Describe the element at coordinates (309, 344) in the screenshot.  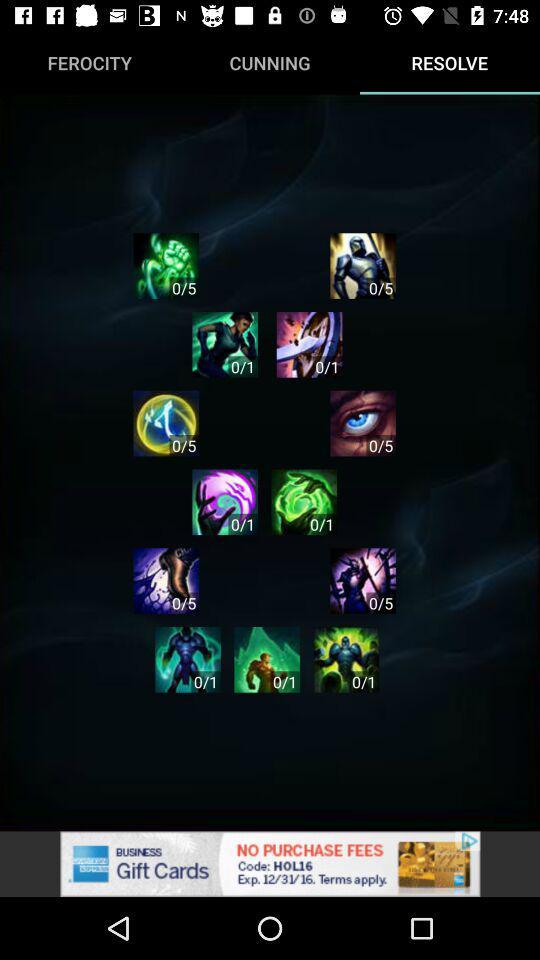
I see `games` at that location.